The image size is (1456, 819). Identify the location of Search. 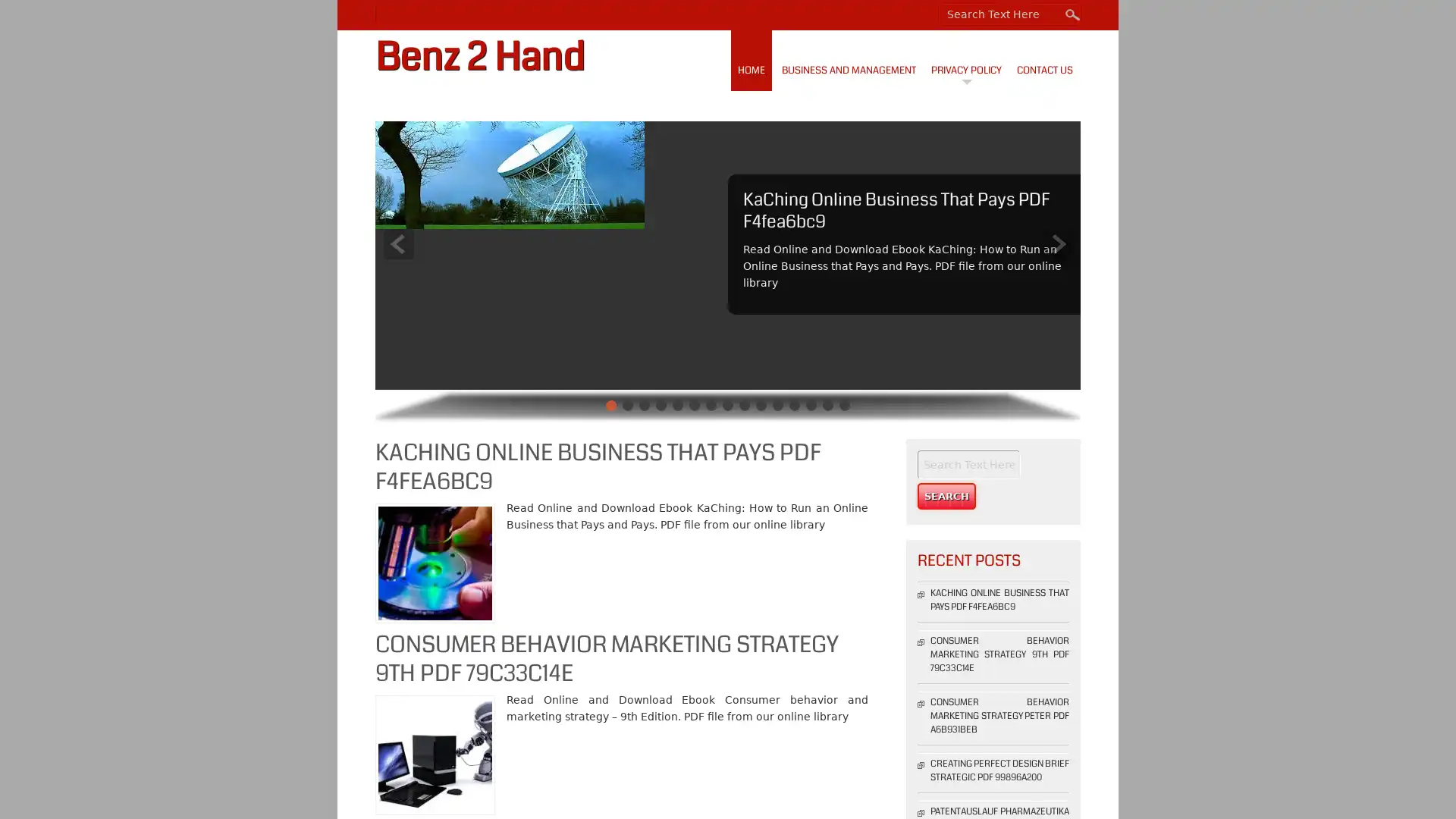
(946, 496).